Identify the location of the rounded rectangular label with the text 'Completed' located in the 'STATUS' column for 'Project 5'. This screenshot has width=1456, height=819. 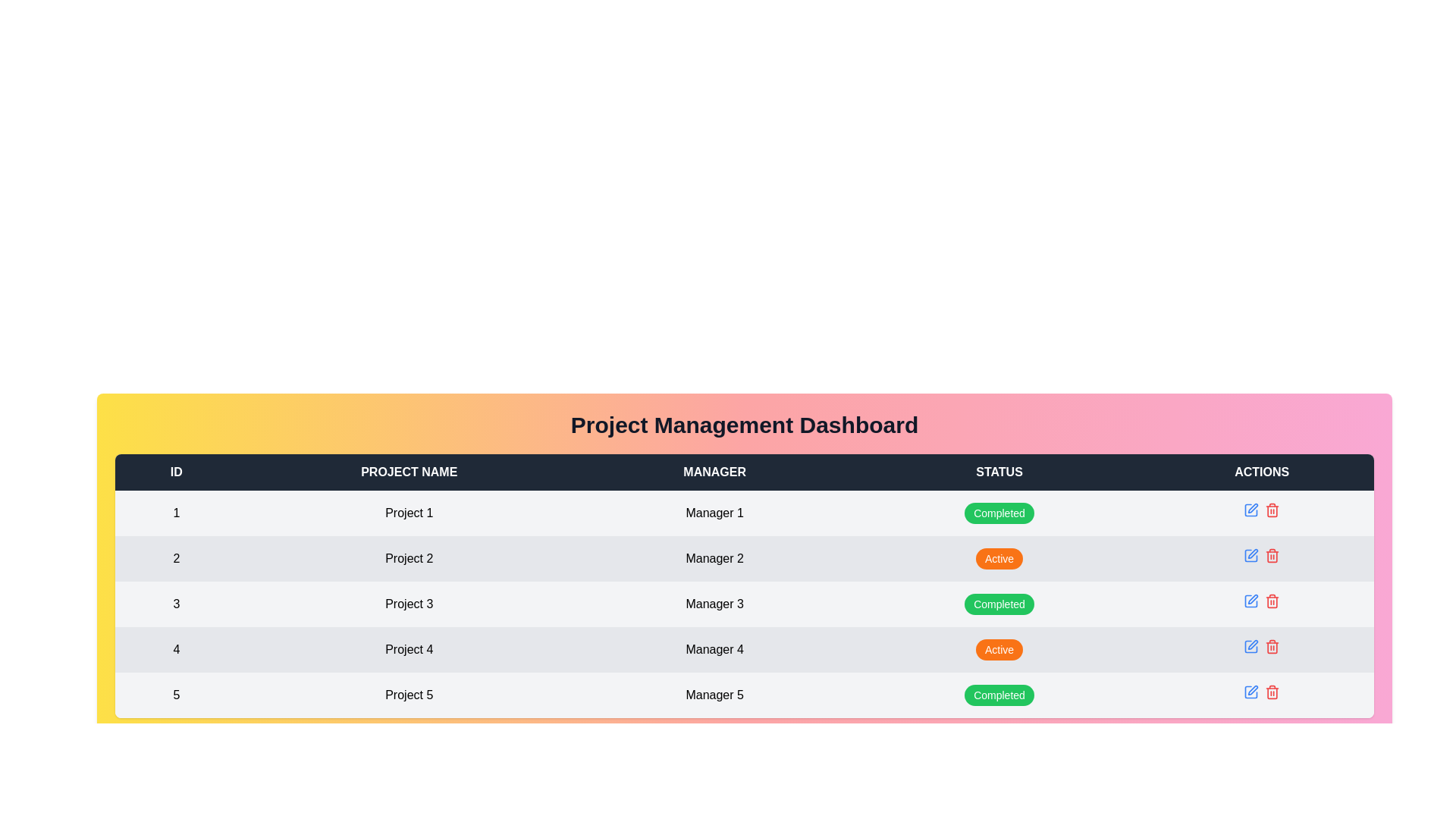
(999, 695).